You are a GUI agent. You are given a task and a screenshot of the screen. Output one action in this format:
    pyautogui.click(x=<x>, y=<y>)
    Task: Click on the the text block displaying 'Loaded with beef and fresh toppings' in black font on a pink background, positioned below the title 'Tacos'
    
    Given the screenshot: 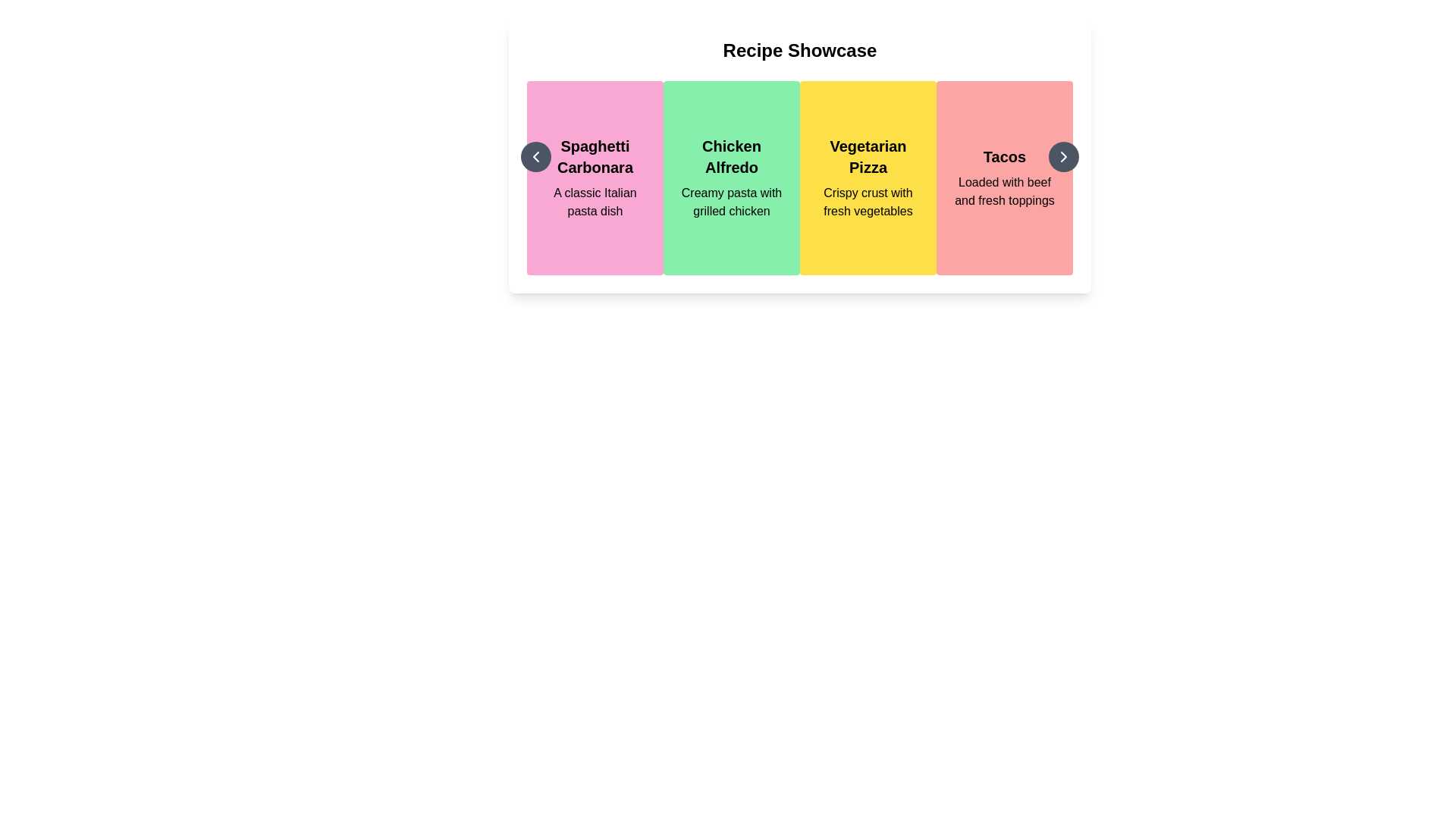 What is the action you would take?
    pyautogui.click(x=1004, y=191)
    